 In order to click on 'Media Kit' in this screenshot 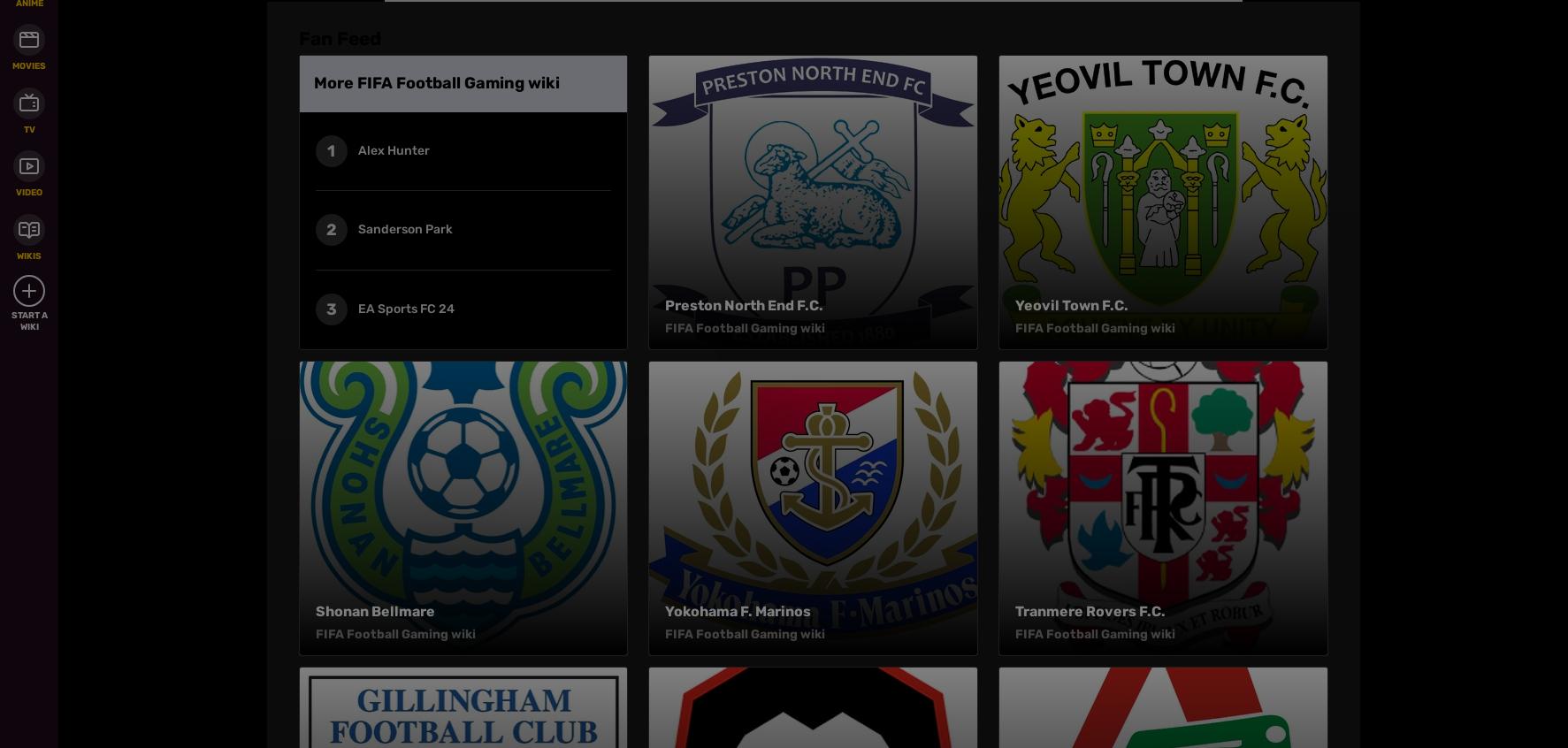, I will do `click(822, 141)`.